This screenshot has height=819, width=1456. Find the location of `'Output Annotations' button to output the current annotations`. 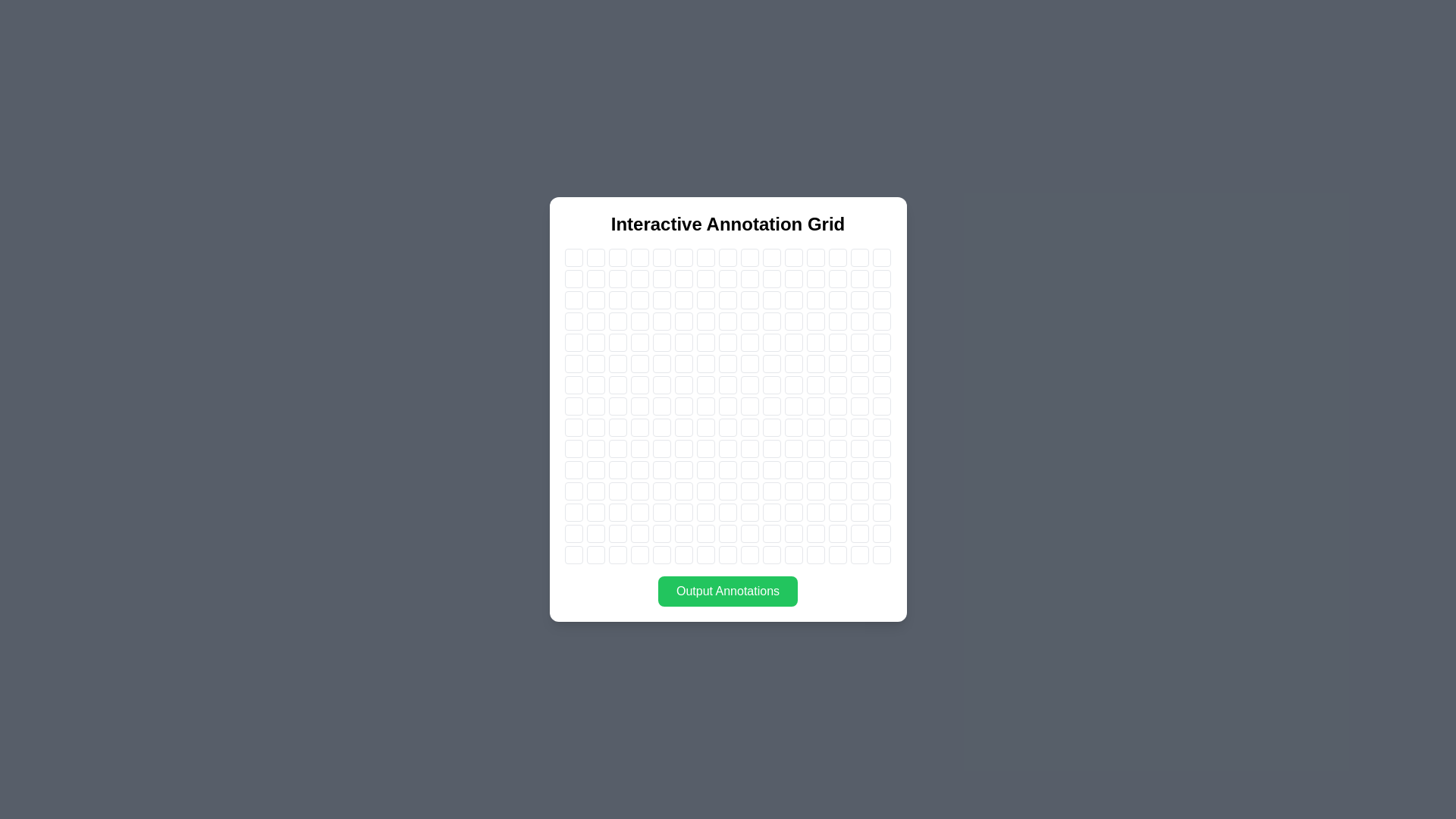

'Output Annotations' button to output the current annotations is located at coordinates (728, 590).